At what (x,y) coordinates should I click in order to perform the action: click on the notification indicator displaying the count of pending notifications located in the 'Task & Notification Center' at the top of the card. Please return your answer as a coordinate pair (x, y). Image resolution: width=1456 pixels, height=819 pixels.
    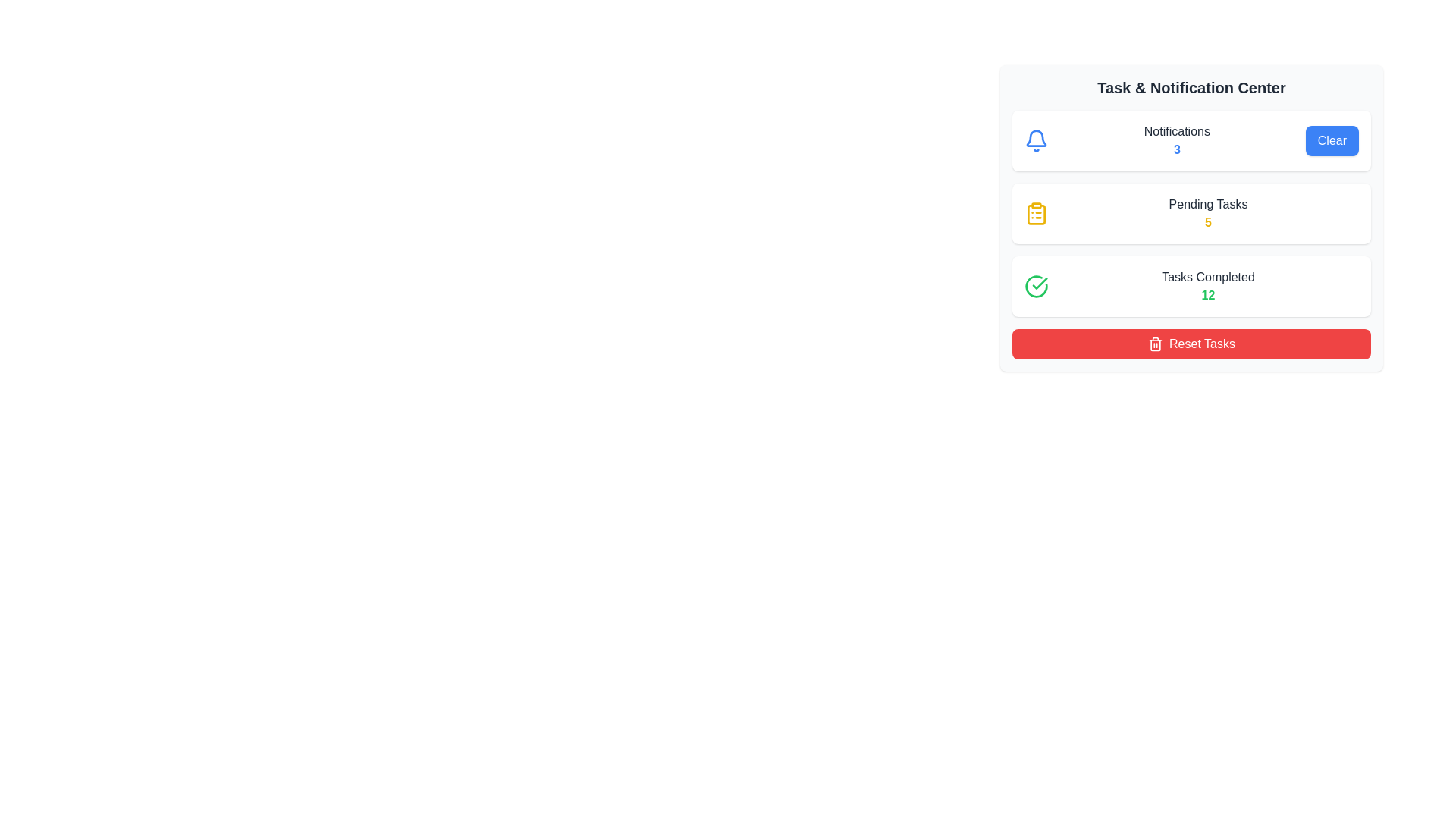
    Looking at the image, I should click on (1176, 140).